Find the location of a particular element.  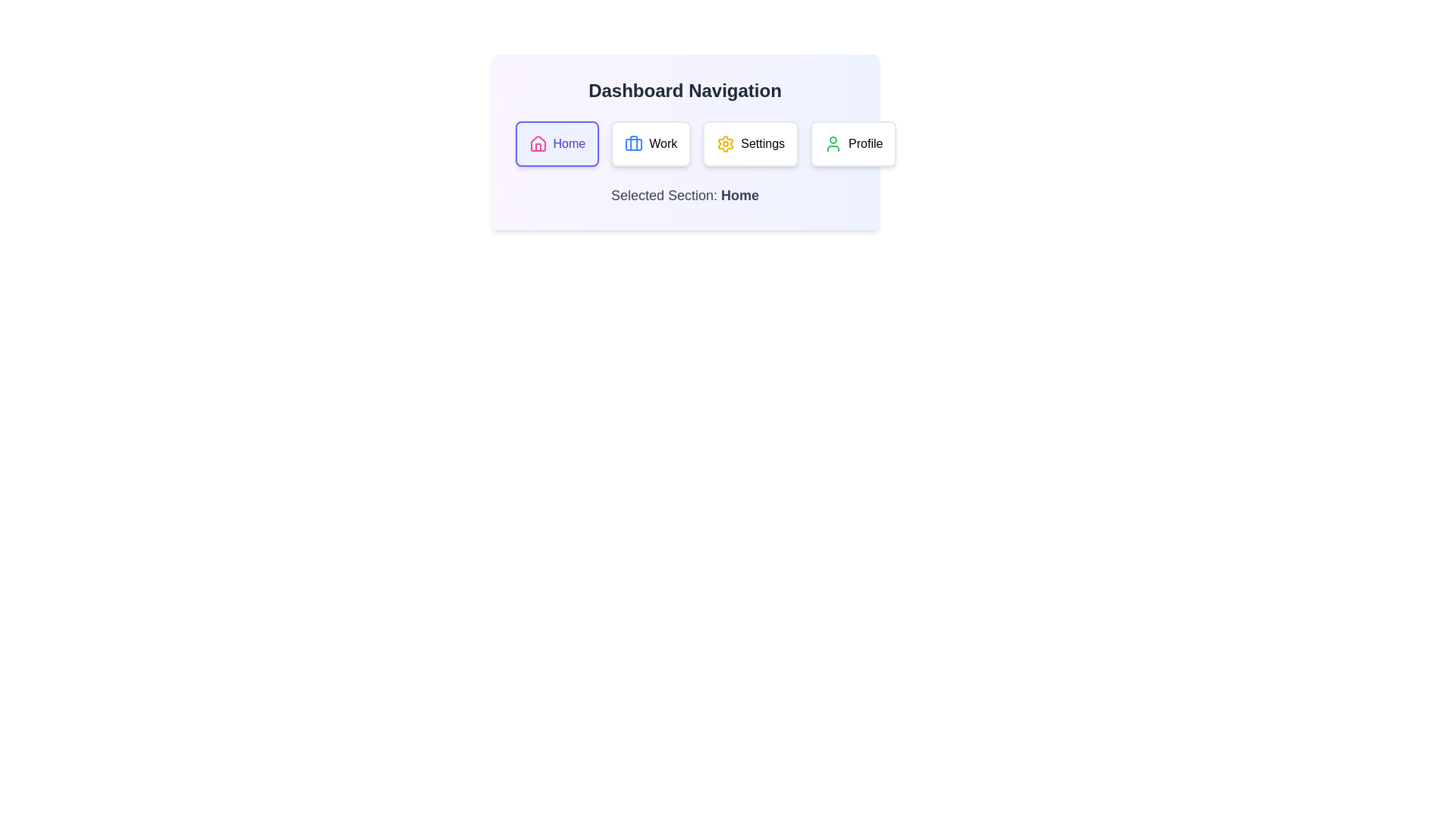

the text label that represents the navigation button for the home or main dashboard section, which is centrally positioned within the first section of a horizontal list of navigation items and aligned to the right of a house icon is located at coordinates (568, 143).